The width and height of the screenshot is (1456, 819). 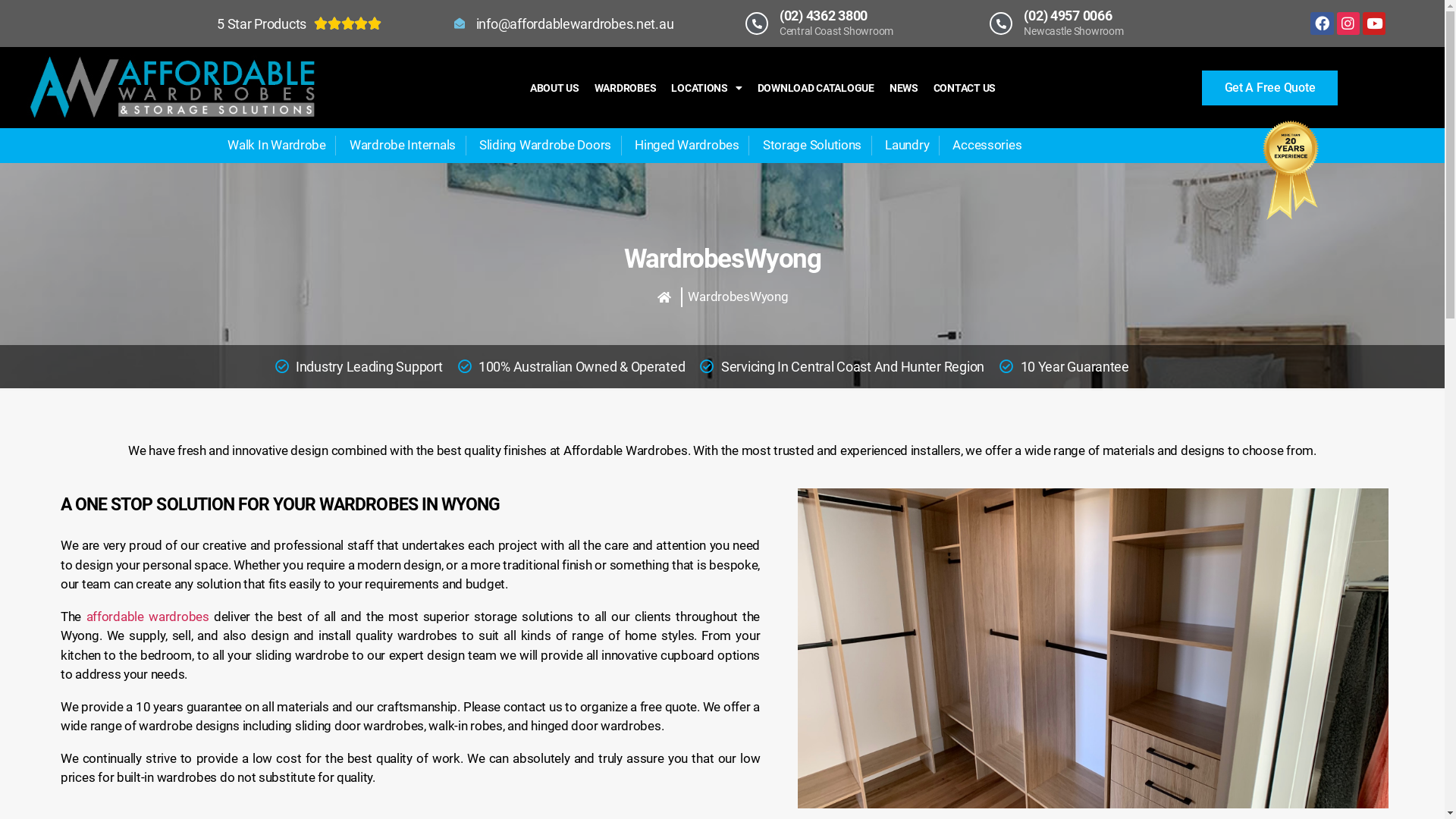 What do you see at coordinates (985, 146) in the screenshot?
I see `'Accessories'` at bounding box center [985, 146].